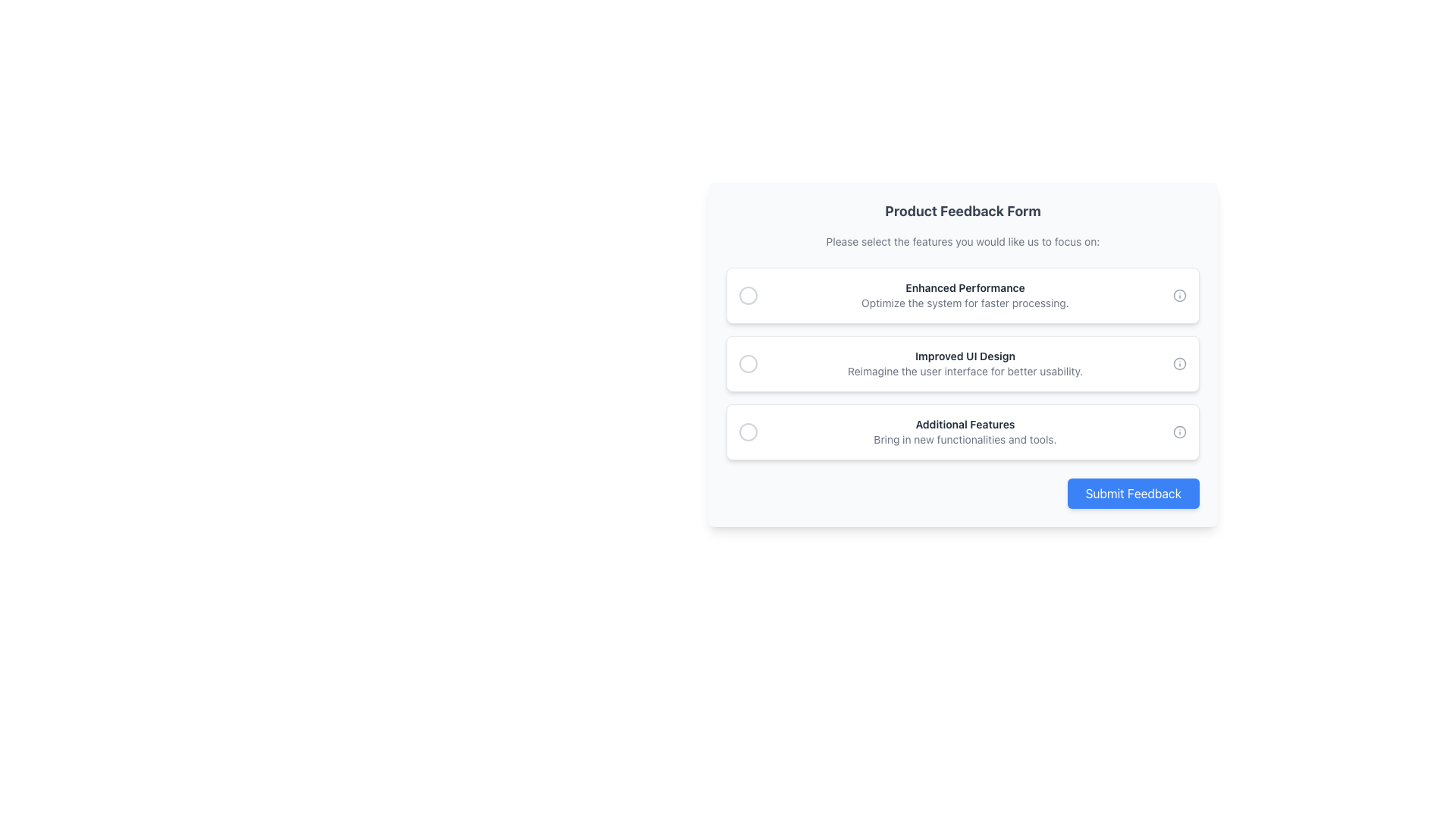  I want to click on the circular icon with a light gray outline and transparent fill, resembling an information symbol, located next to the 'Improved UI Design' text, so click(1178, 363).